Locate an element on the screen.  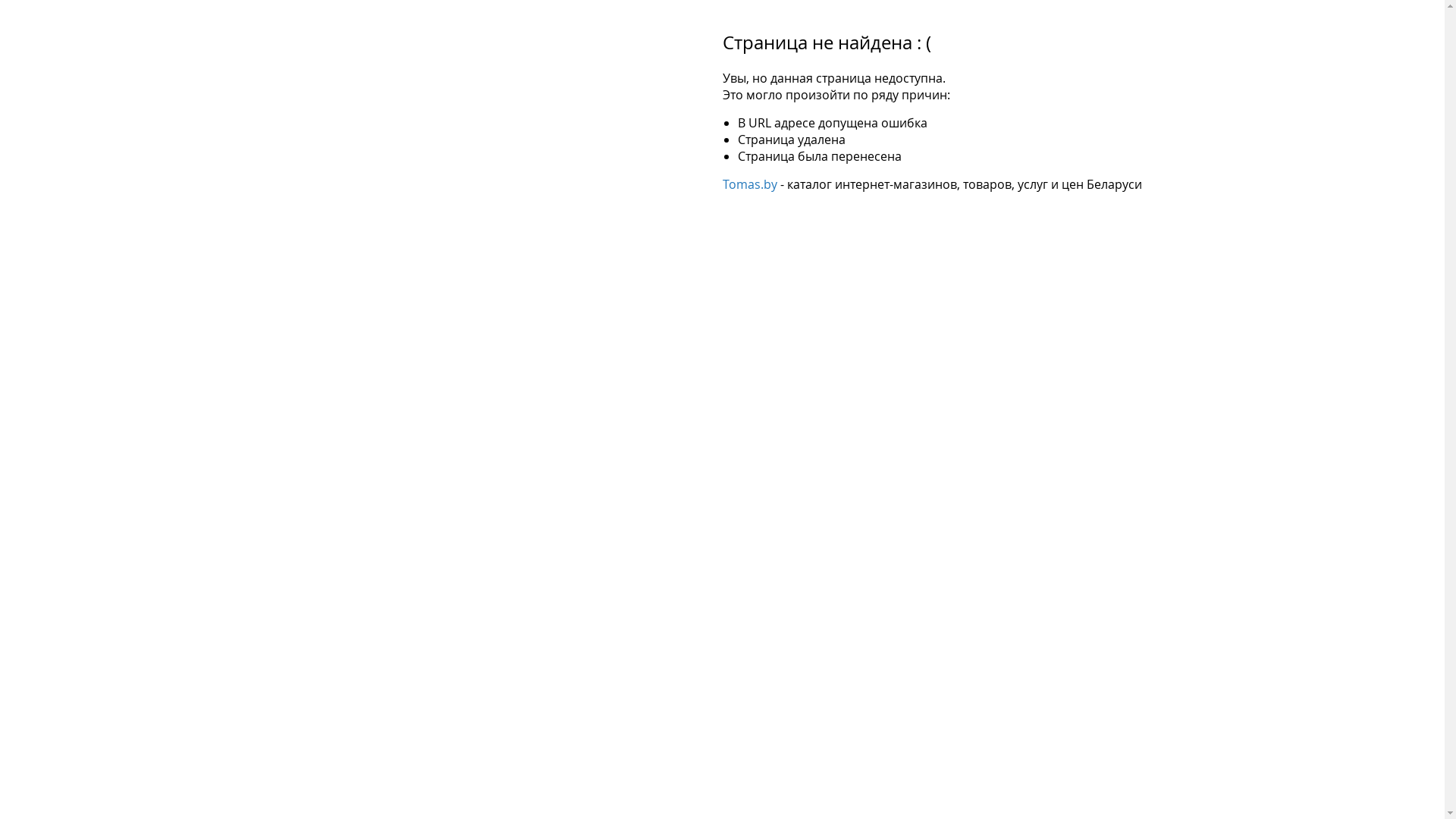
'Tomas.by' is located at coordinates (749, 184).